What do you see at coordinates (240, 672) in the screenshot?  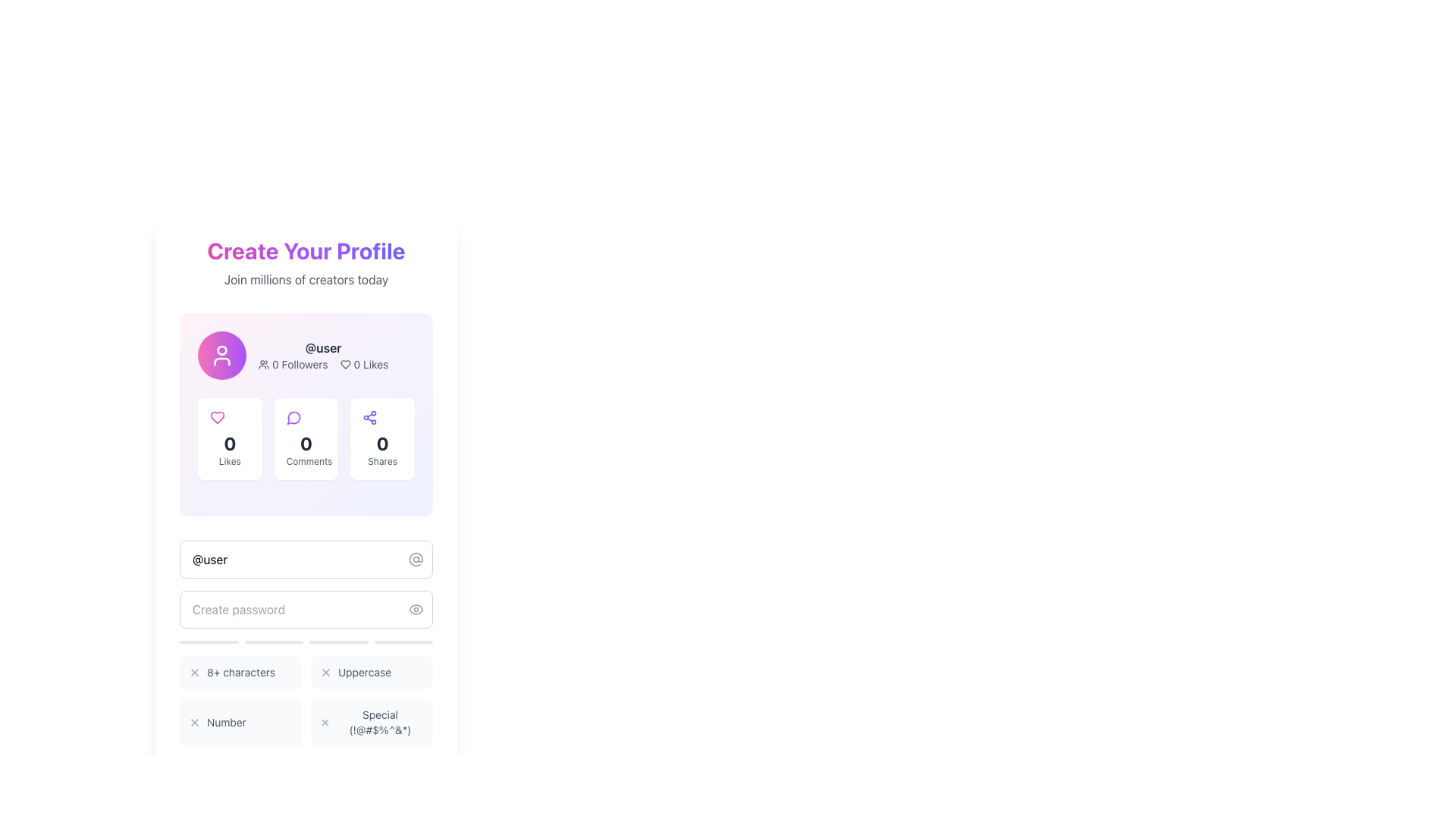 I see `contents of the Text Label with Icon that indicates the password requirement for a minimum length of 8 characters, located in the password requirement section below the 'Create password' input field` at bounding box center [240, 672].